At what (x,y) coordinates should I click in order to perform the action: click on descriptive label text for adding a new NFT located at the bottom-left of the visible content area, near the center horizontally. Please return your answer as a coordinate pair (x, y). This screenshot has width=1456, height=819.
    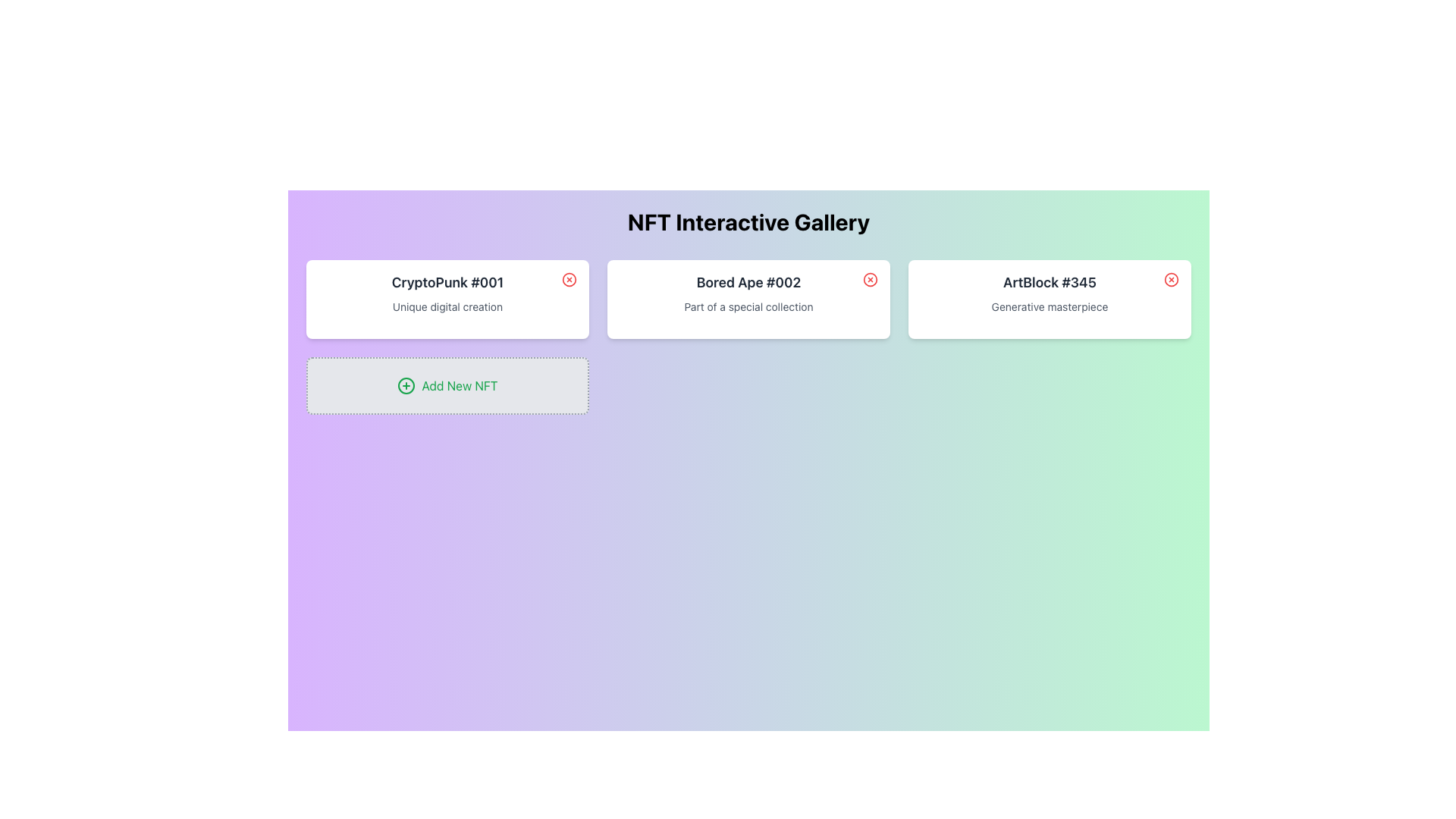
    Looking at the image, I should click on (459, 385).